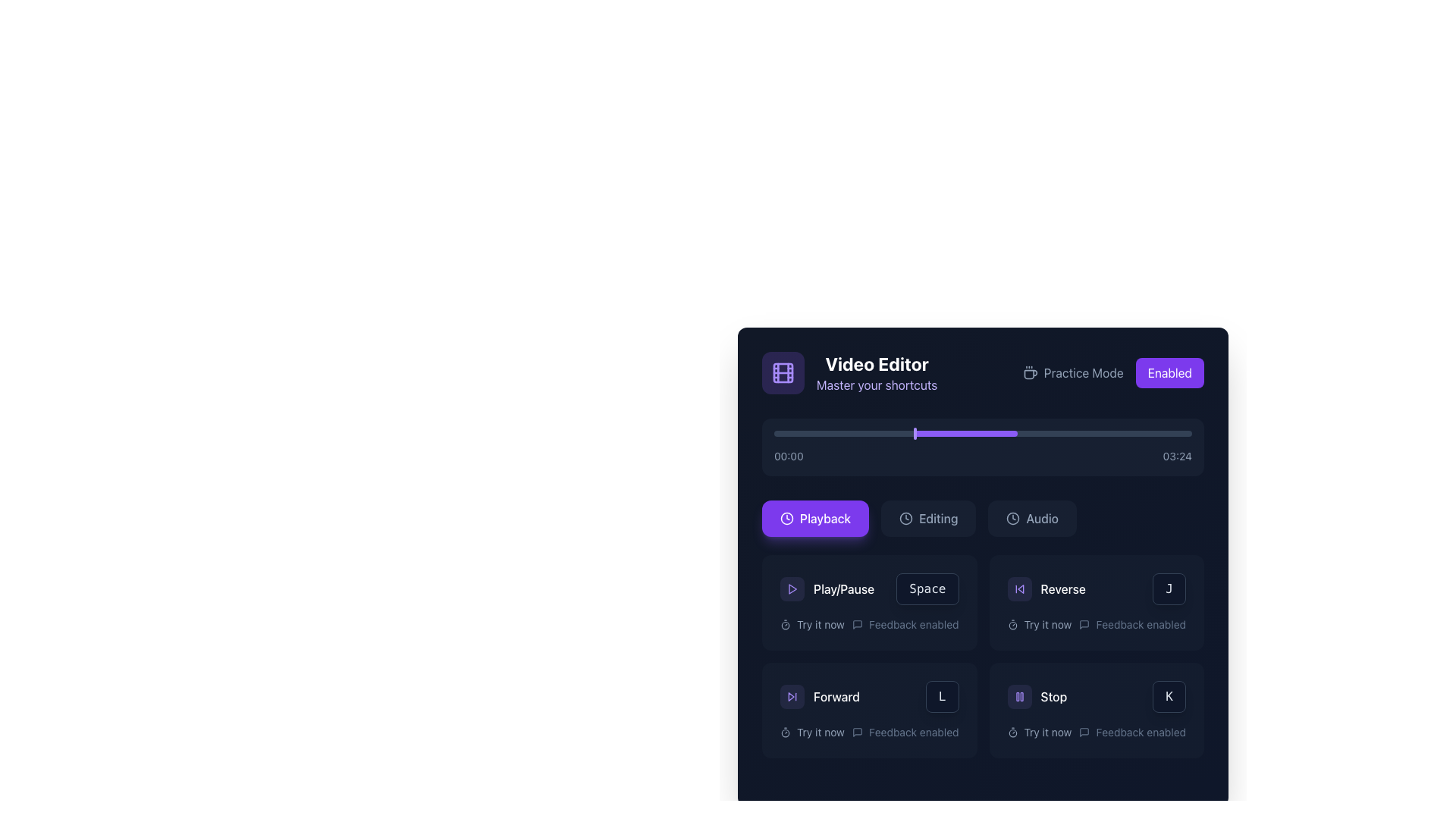  I want to click on the progress bar located centrally within the 'Video Editor' card to seek to a specific point, so click(983, 447).